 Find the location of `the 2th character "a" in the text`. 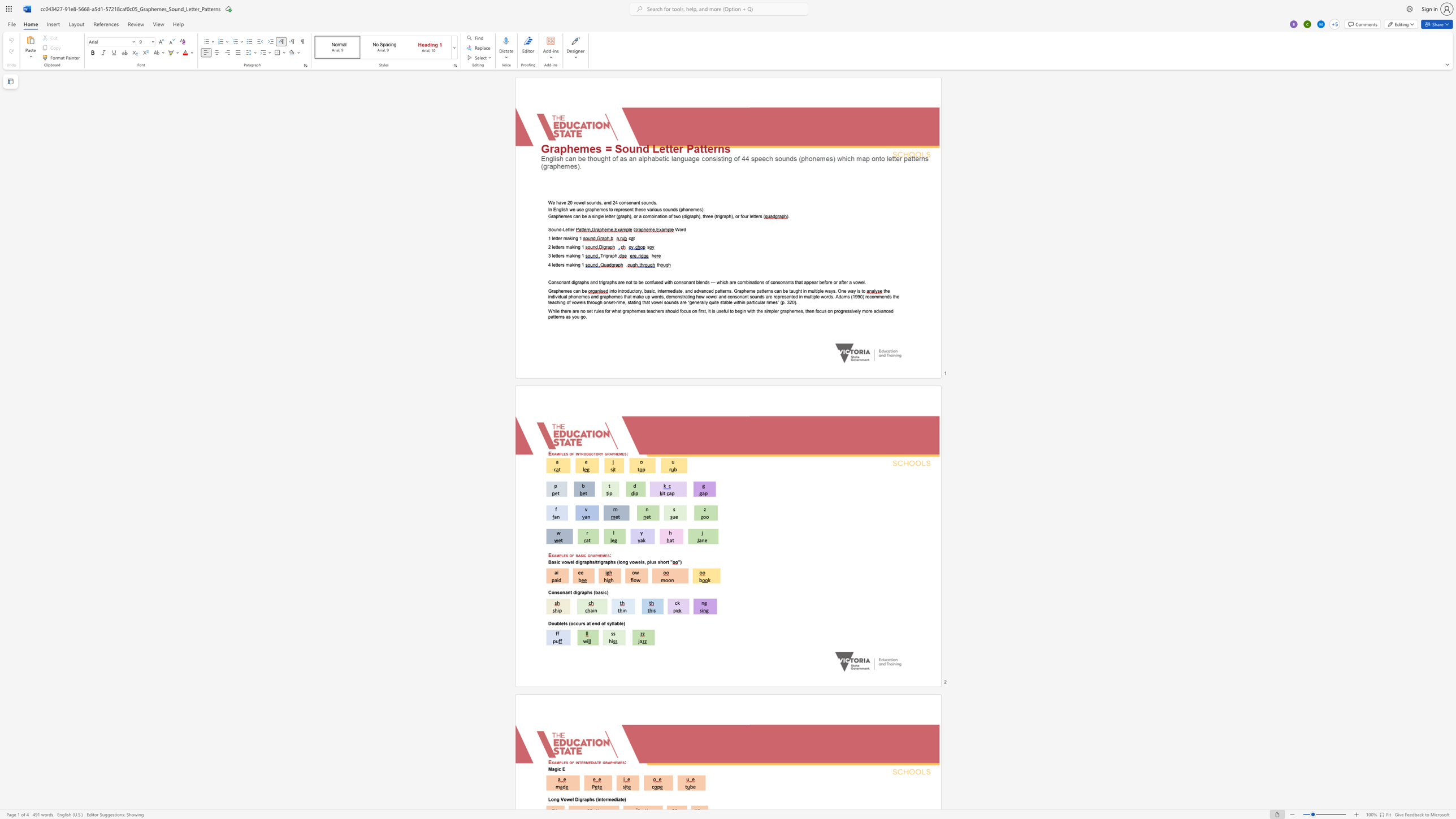

the 2th character "a" in the text is located at coordinates (579, 555).